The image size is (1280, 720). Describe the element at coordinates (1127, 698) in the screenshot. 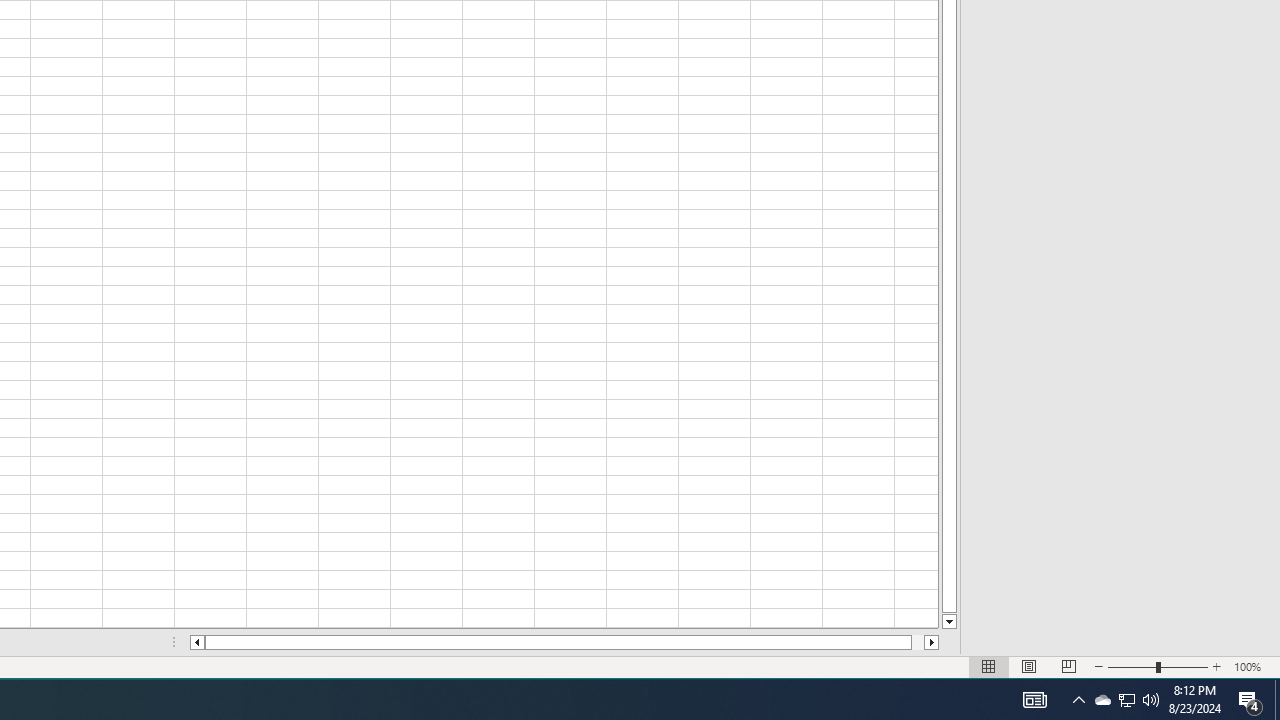

I see `'Notification Chevron'` at that location.